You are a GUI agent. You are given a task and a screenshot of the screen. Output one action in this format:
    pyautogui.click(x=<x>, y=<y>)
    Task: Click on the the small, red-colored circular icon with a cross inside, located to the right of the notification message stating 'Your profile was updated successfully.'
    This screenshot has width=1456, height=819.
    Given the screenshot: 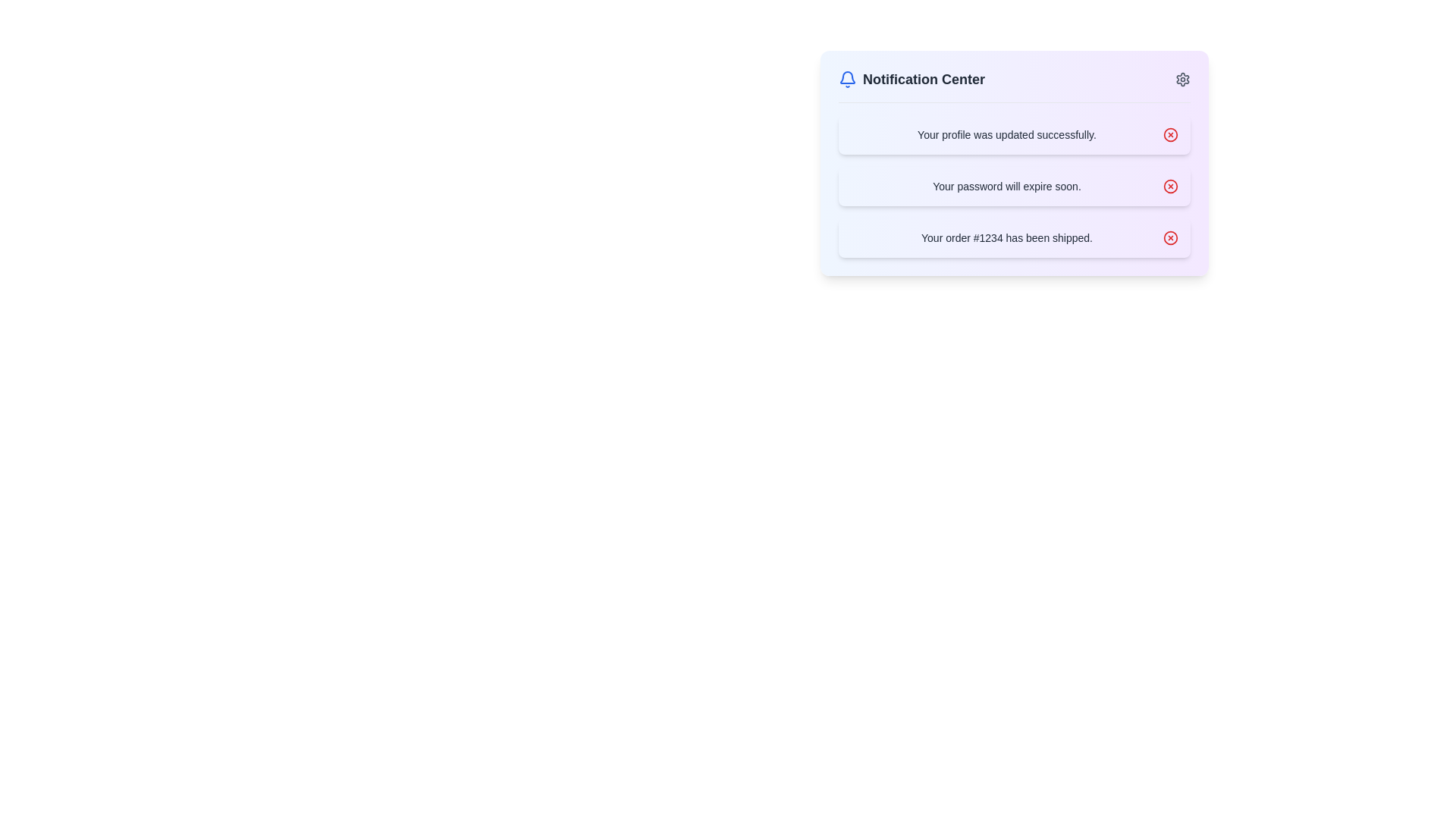 What is the action you would take?
    pyautogui.click(x=1170, y=133)
    